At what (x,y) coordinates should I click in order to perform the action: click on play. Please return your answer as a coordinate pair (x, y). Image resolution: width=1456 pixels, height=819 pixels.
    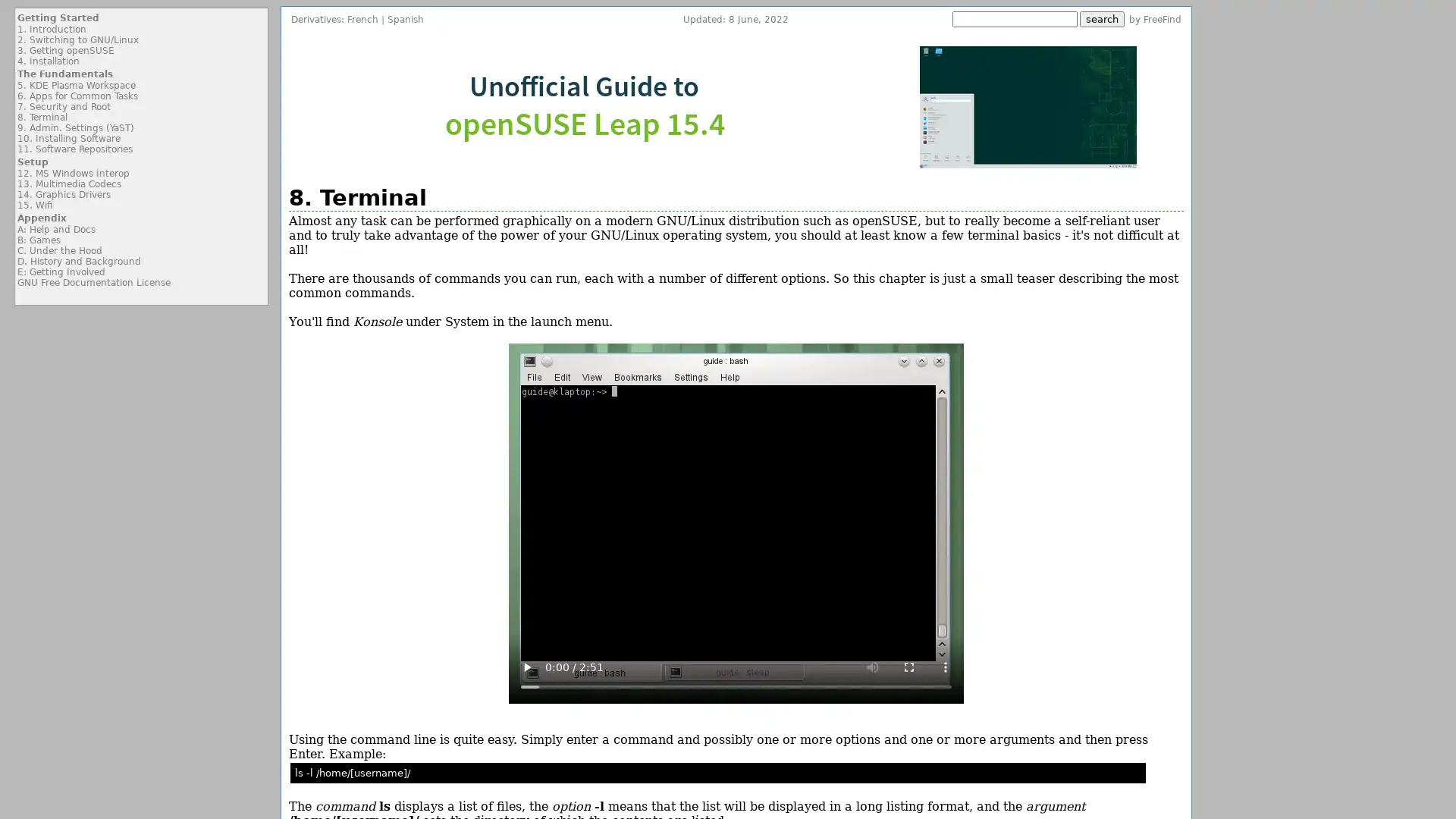
    Looking at the image, I should click on (526, 666).